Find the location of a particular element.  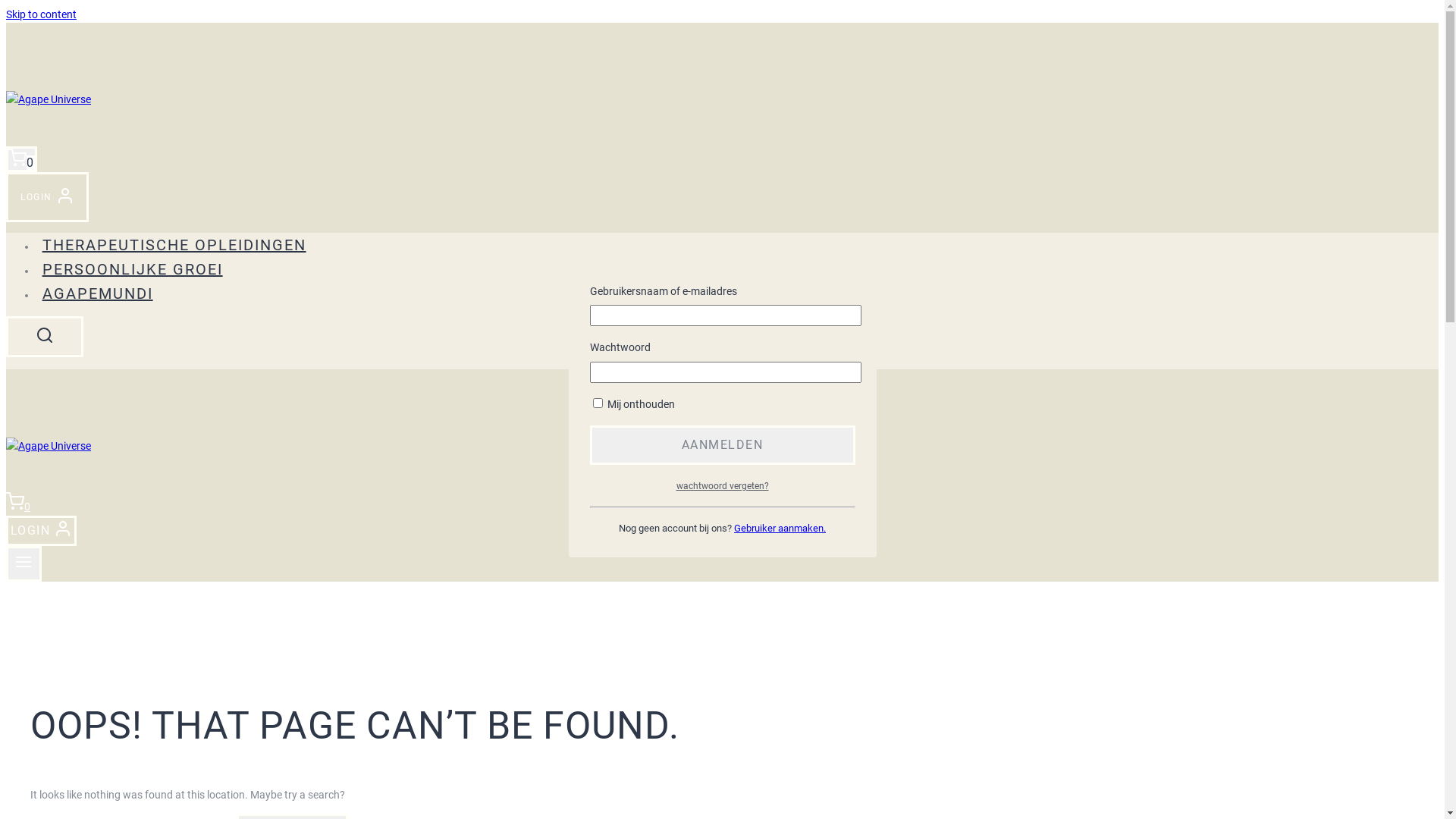

'Skip to content' is located at coordinates (41, 14).